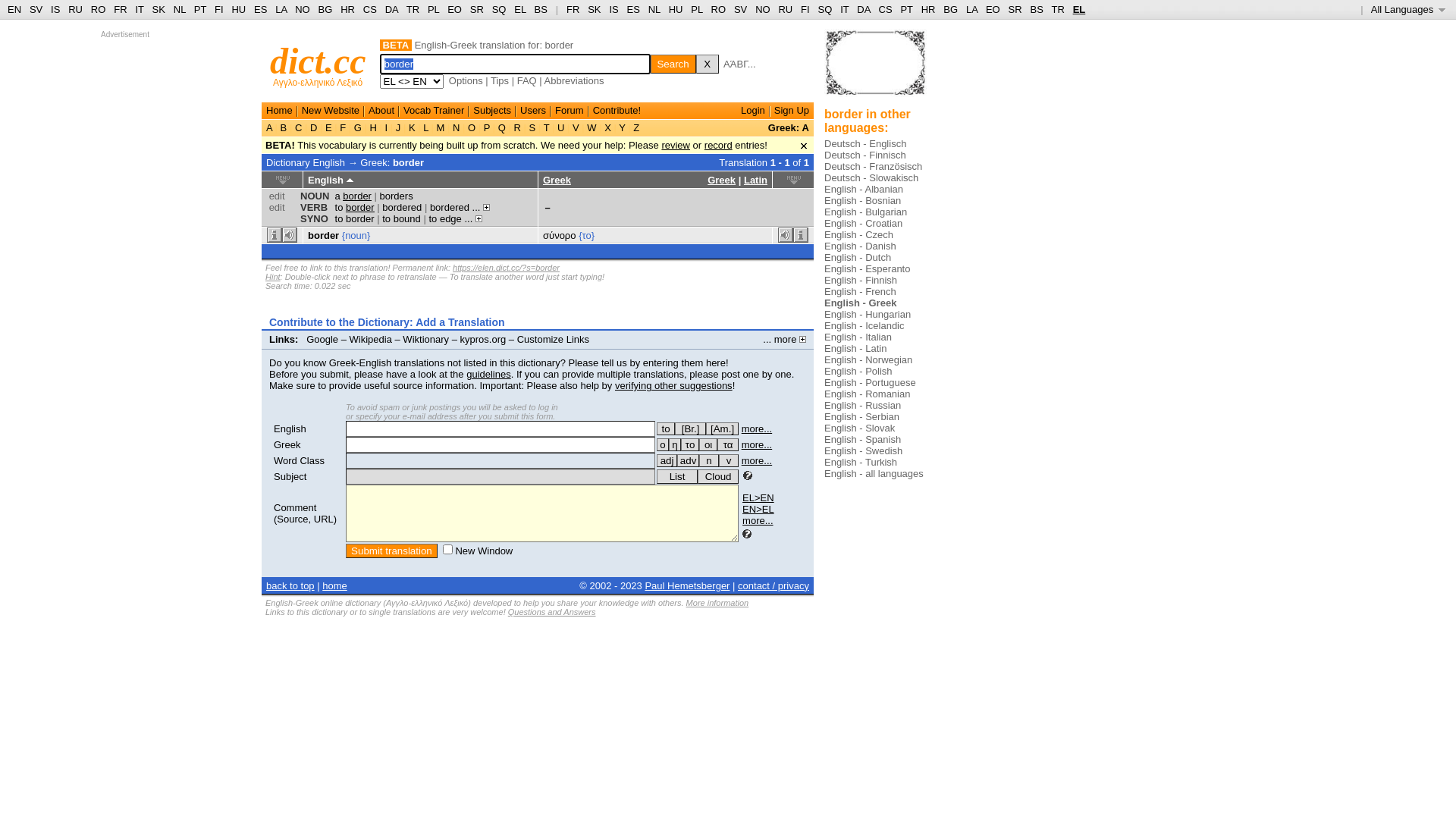  What do you see at coordinates (284, 127) in the screenshot?
I see `'B'` at bounding box center [284, 127].